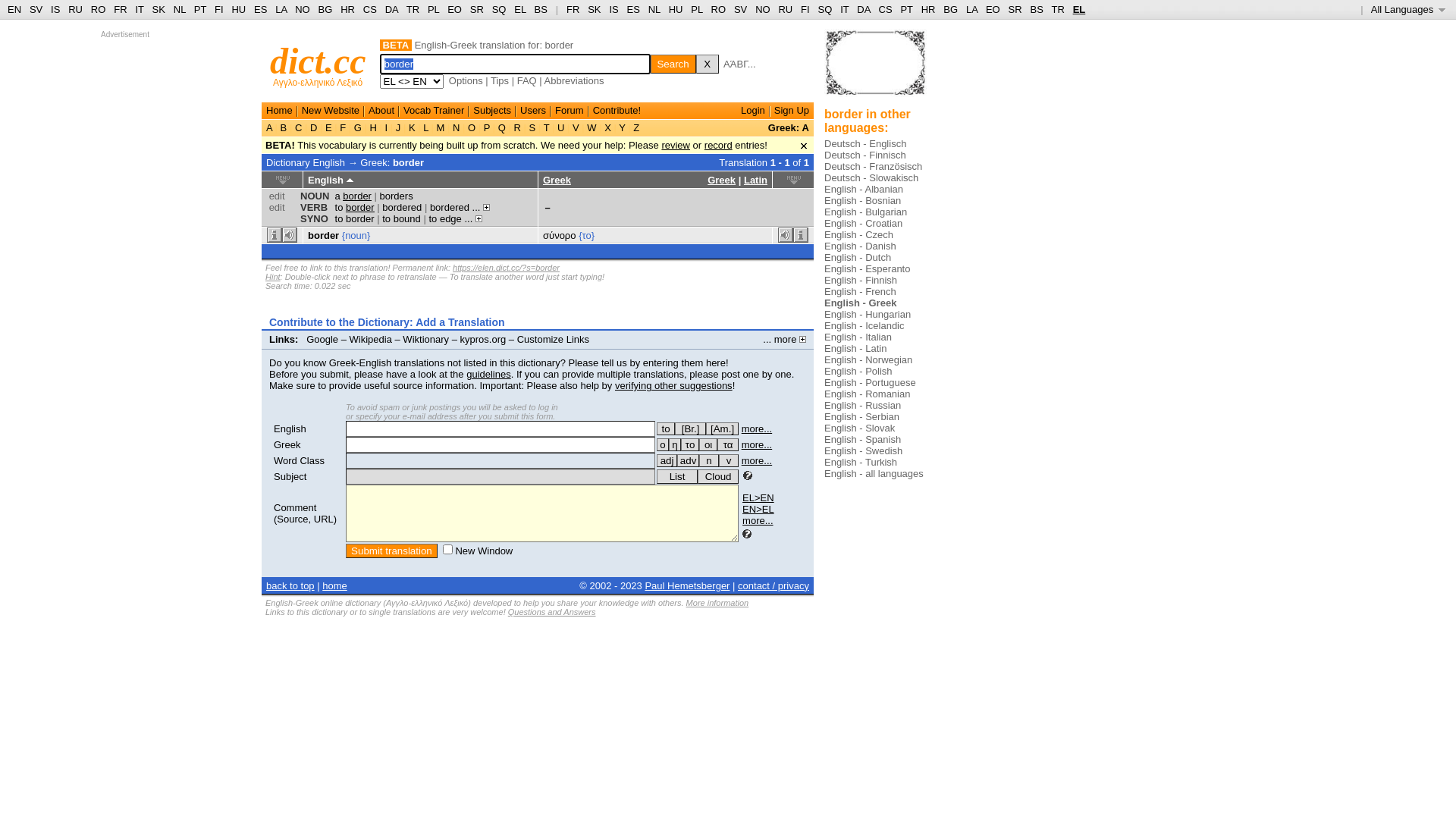  What do you see at coordinates (284, 127) in the screenshot?
I see `'B'` at bounding box center [284, 127].